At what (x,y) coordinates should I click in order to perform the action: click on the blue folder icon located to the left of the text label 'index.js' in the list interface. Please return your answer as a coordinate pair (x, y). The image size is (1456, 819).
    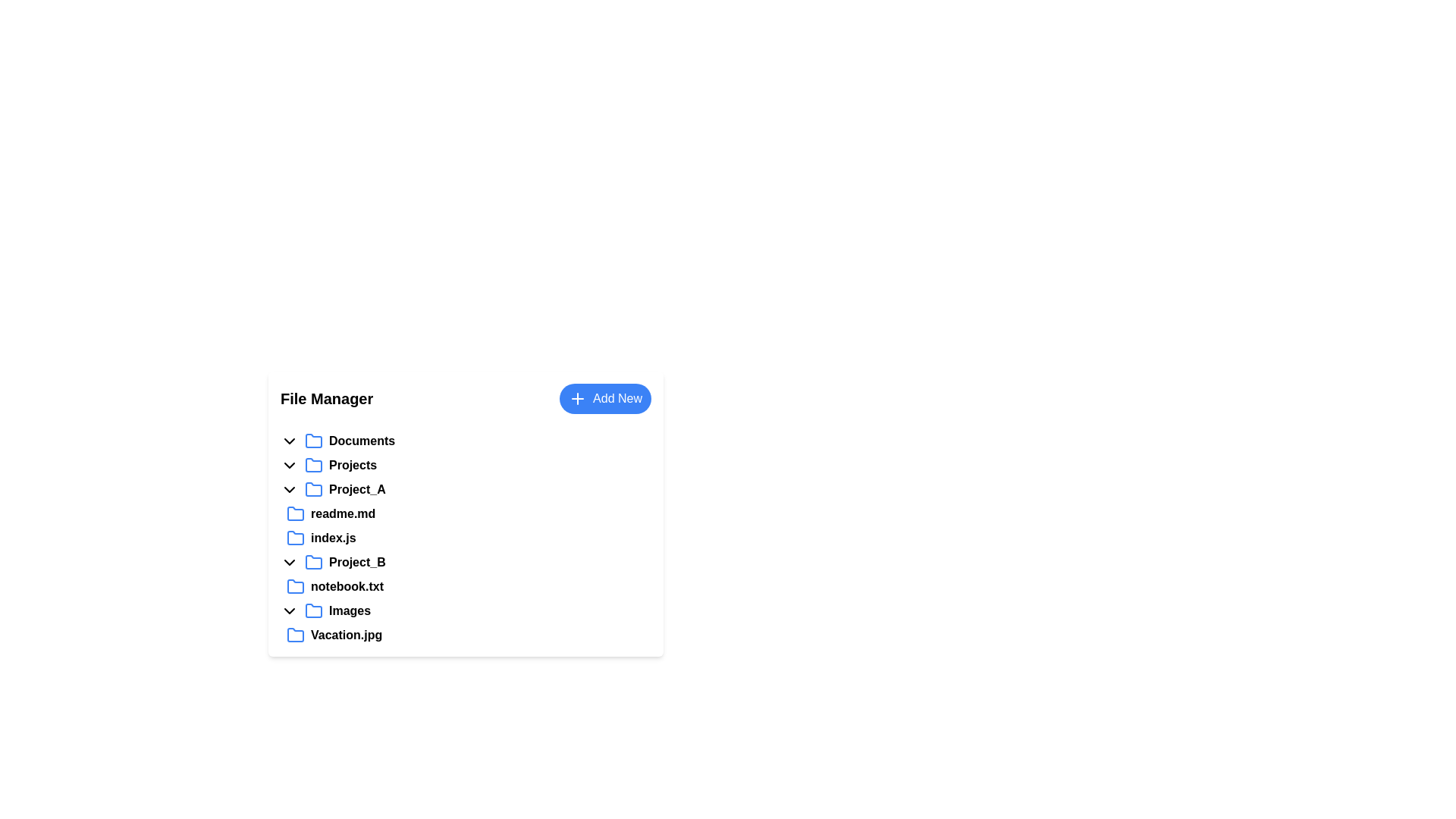
    Looking at the image, I should click on (295, 537).